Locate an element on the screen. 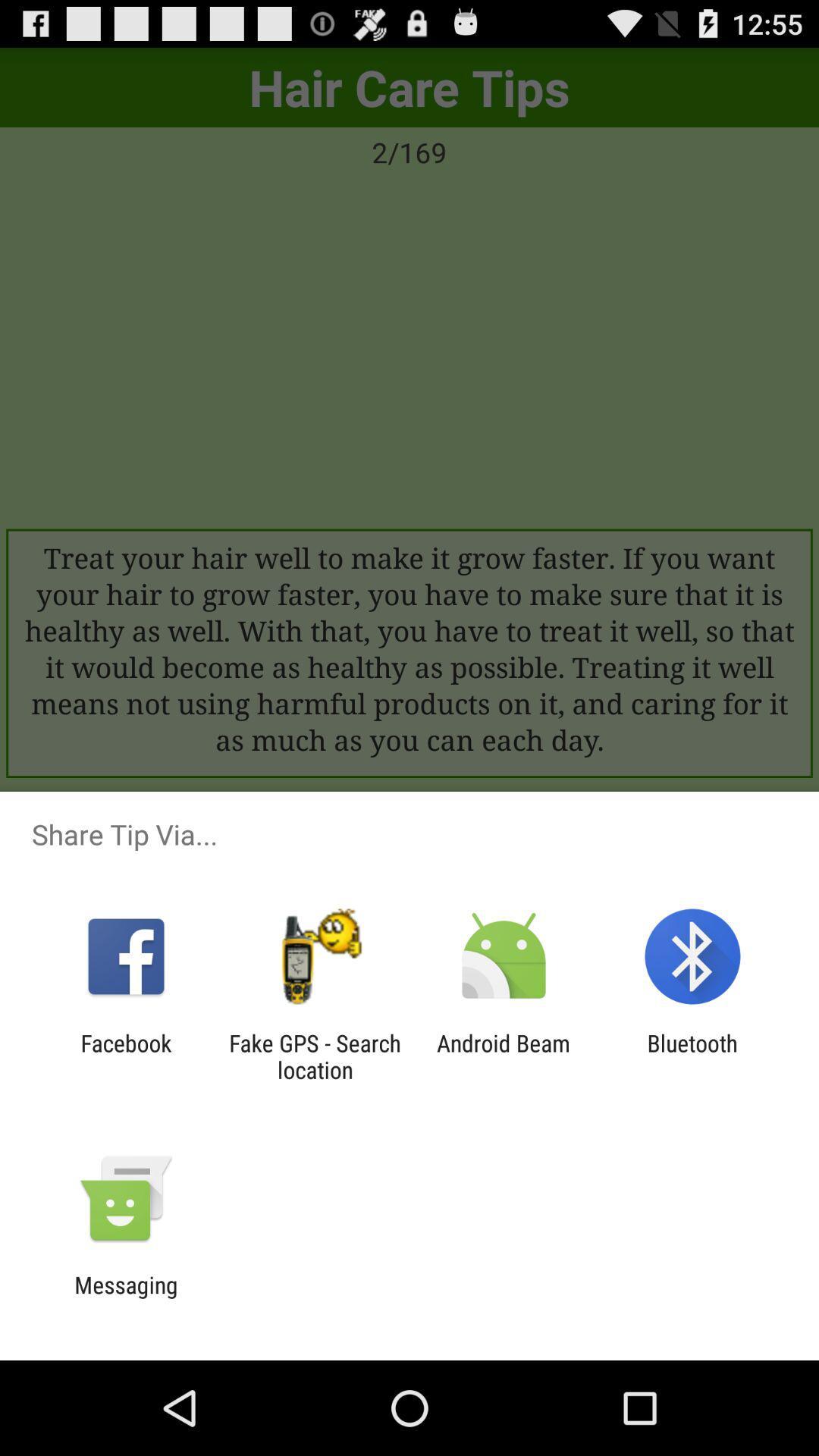 The height and width of the screenshot is (1456, 819). icon next to fake gps search icon is located at coordinates (125, 1056).